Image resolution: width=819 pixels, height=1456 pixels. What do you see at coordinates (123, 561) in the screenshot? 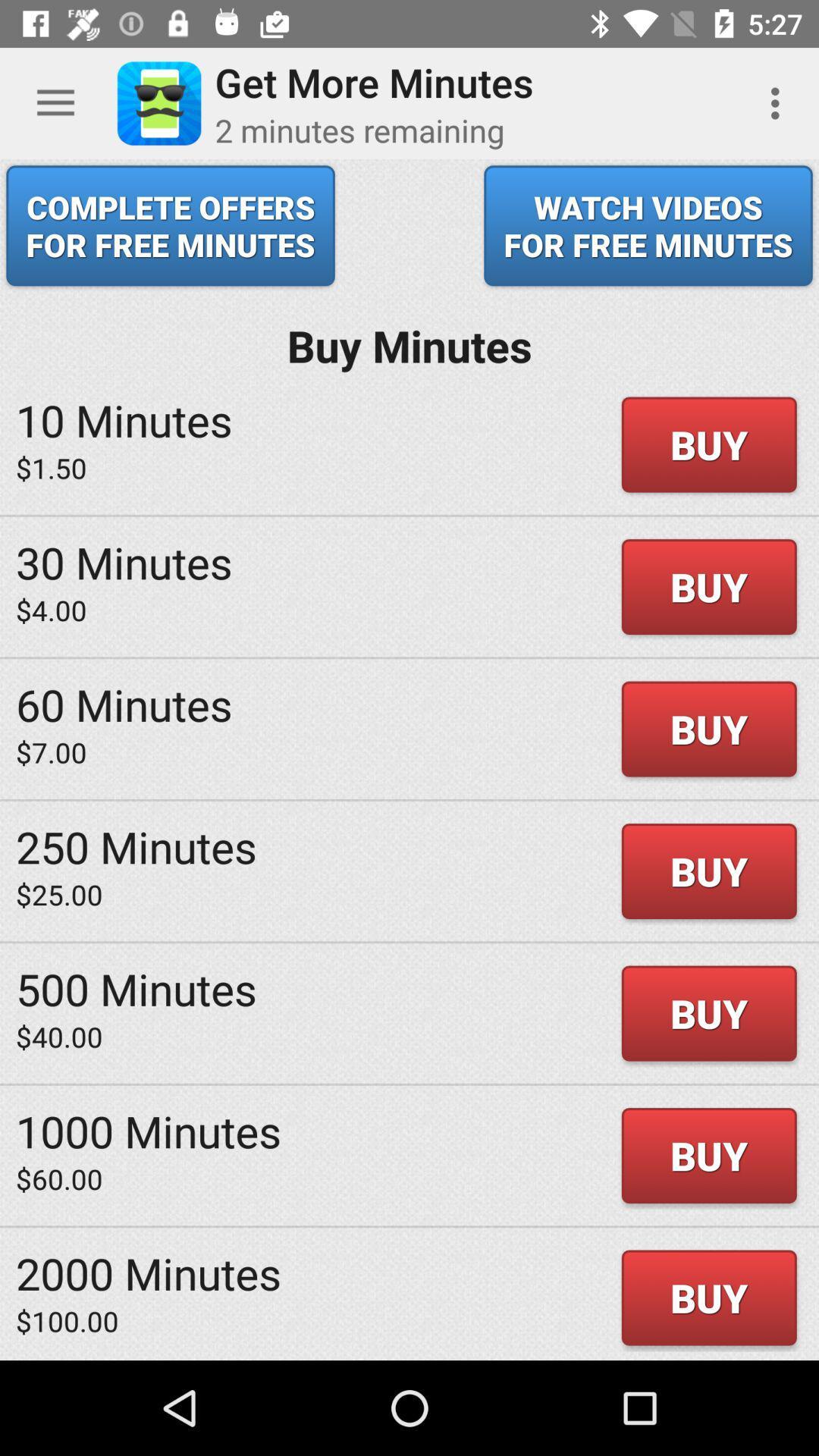
I see `the icon below $1.50` at bounding box center [123, 561].